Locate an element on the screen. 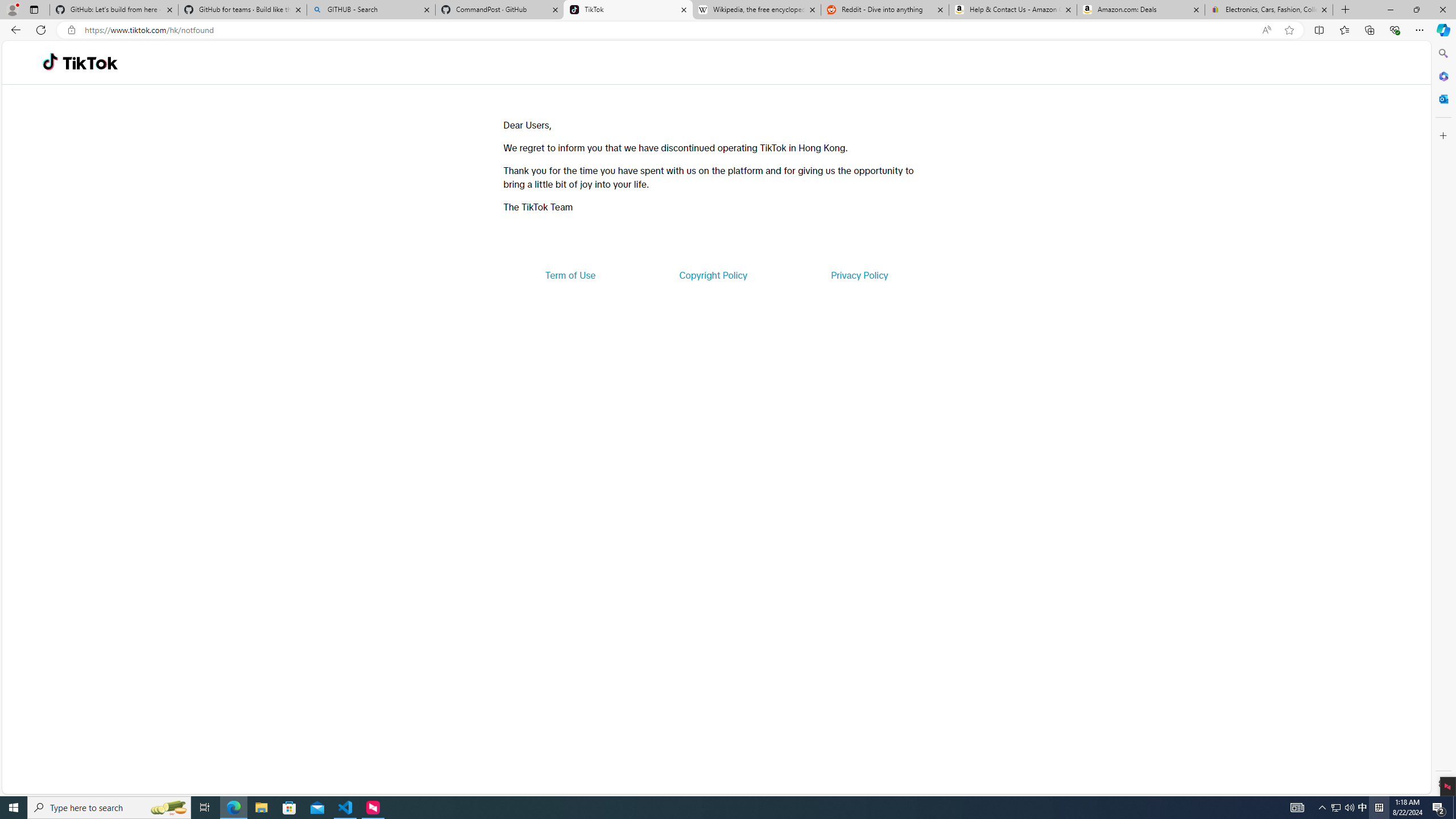 The height and width of the screenshot is (819, 1456). 'Wikipedia, the free encyclopedia' is located at coordinates (755, 9).